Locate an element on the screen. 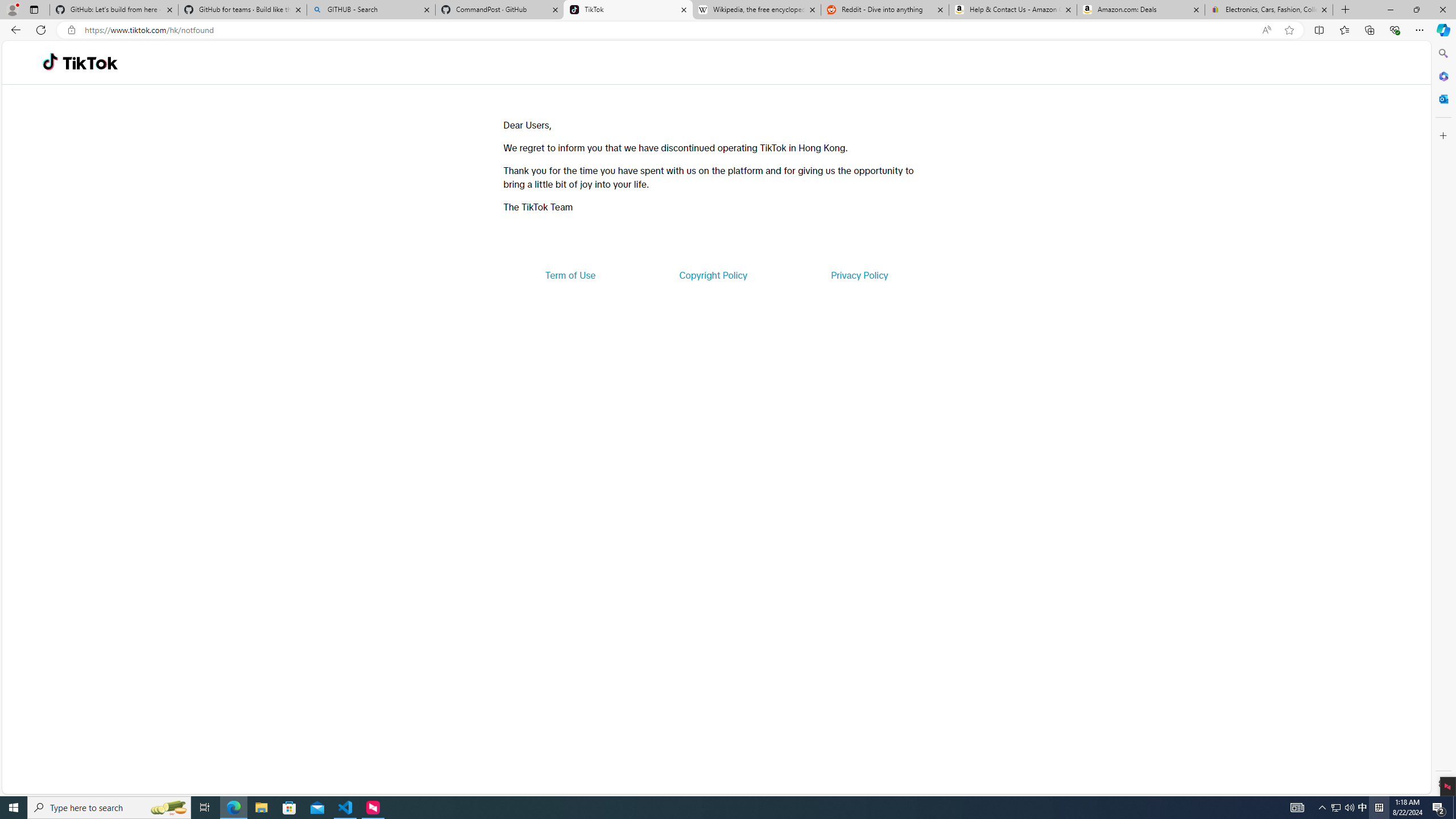 The height and width of the screenshot is (819, 1456). 'Wikipedia, the free encyclopedia' is located at coordinates (755, 9).